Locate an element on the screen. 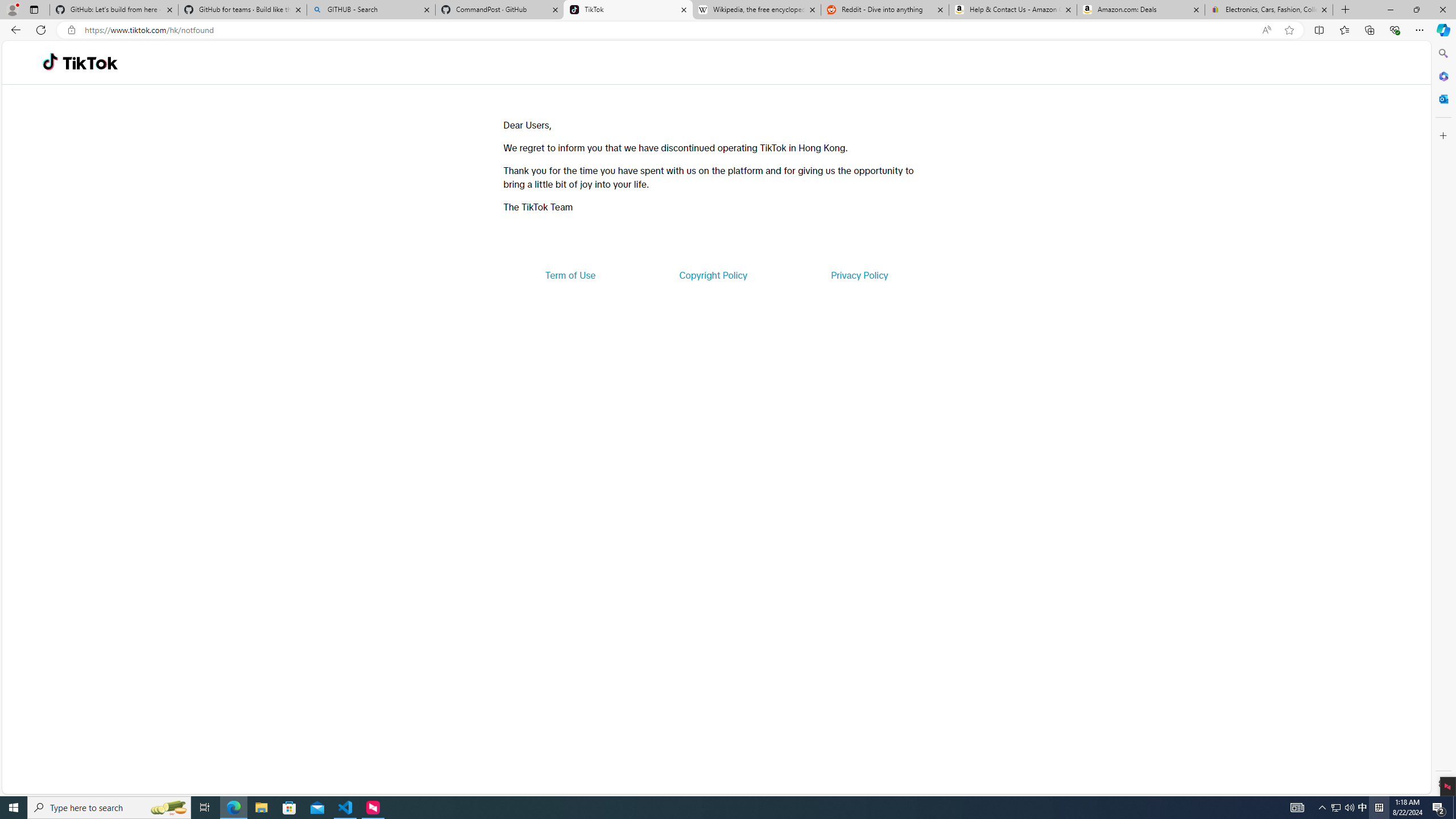 The height and width of the screenshot is (819, 1456). 'Wikipedia, the free encyclopedia' is located at coordinates (755, 9).